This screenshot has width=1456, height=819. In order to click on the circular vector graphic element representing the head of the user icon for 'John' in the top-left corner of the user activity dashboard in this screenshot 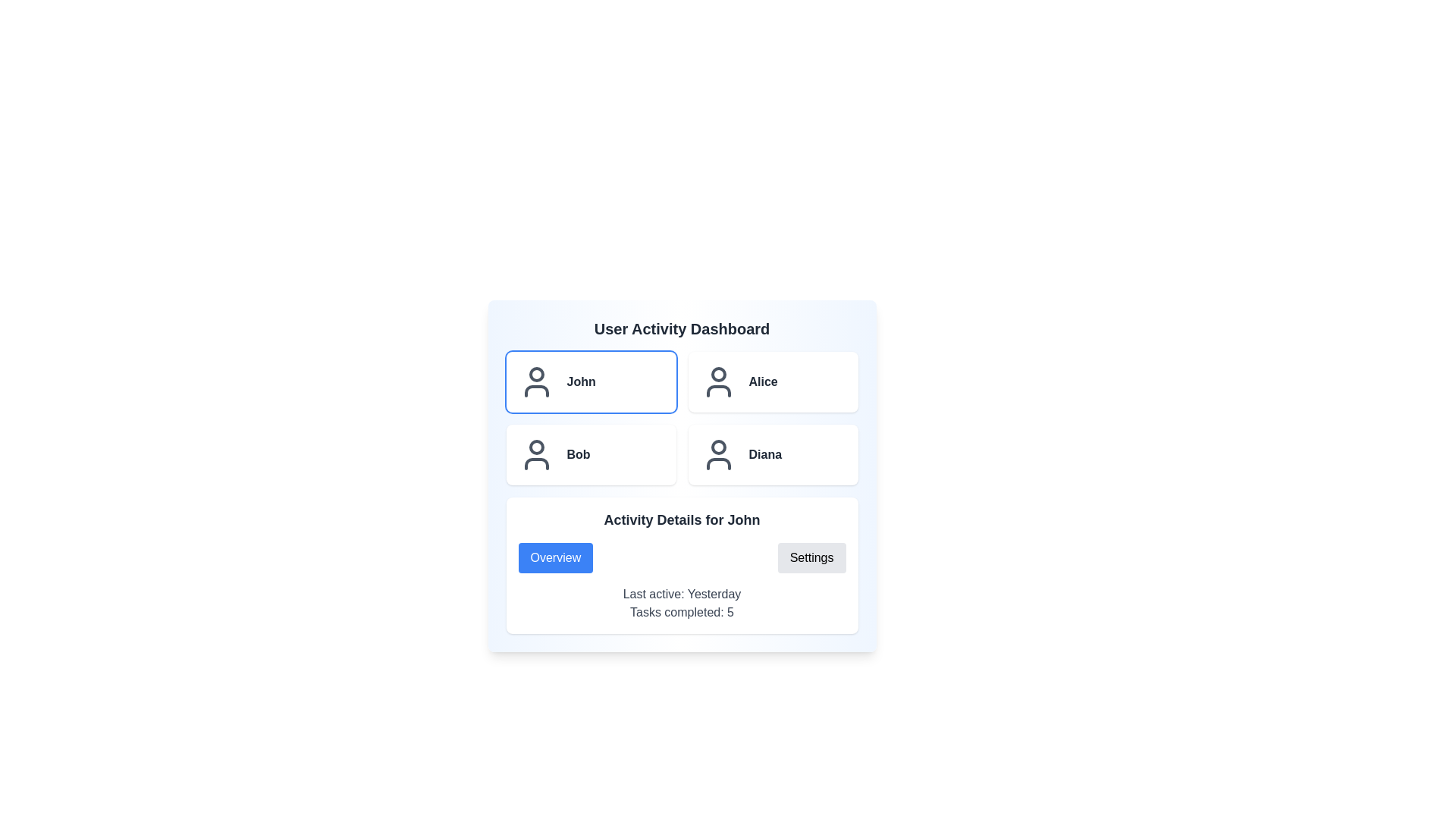, I will do `click(536, 374)`.